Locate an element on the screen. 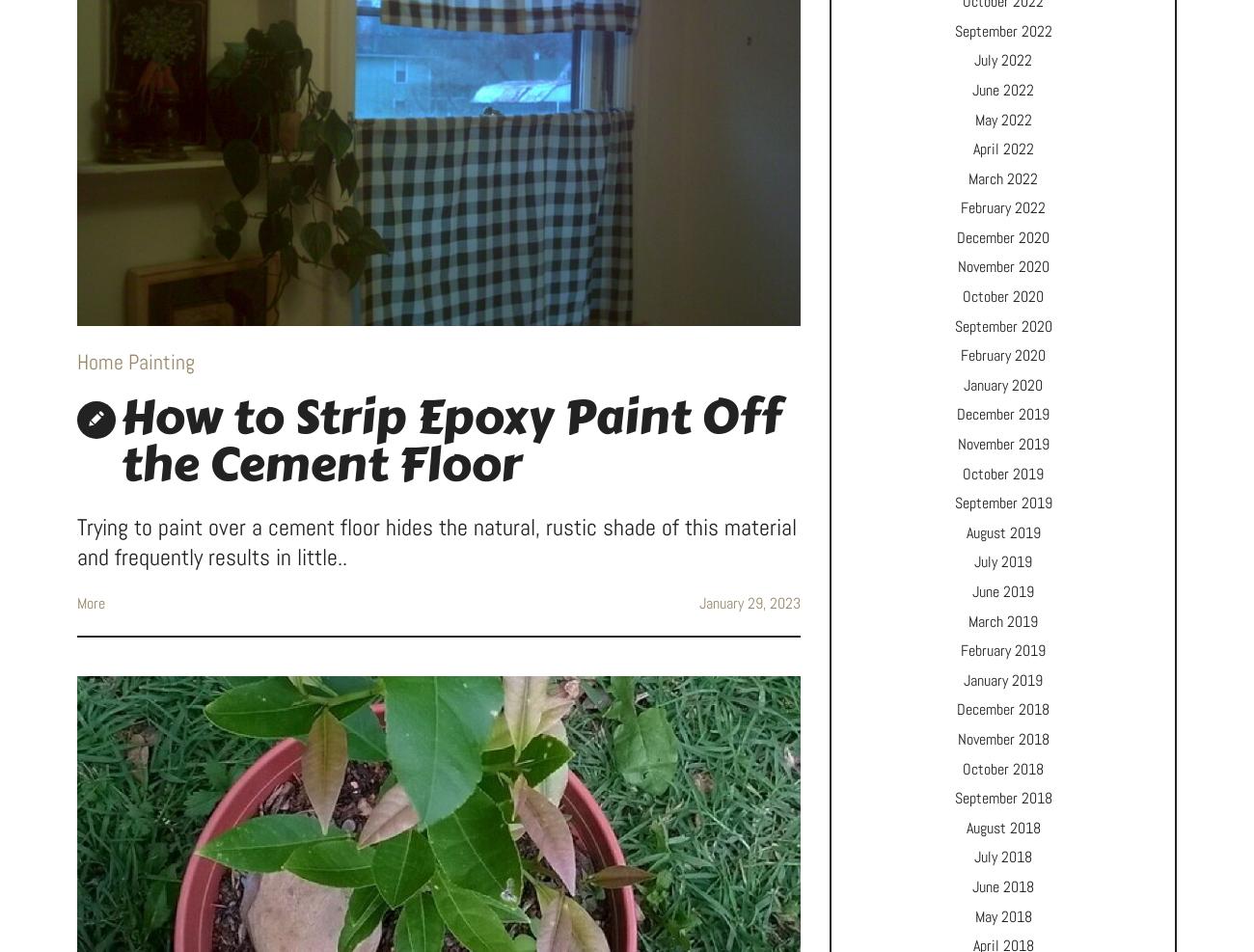 This screenshot has height=952, width=1254. 'September 2022' is located at coordinates (1002, 29).